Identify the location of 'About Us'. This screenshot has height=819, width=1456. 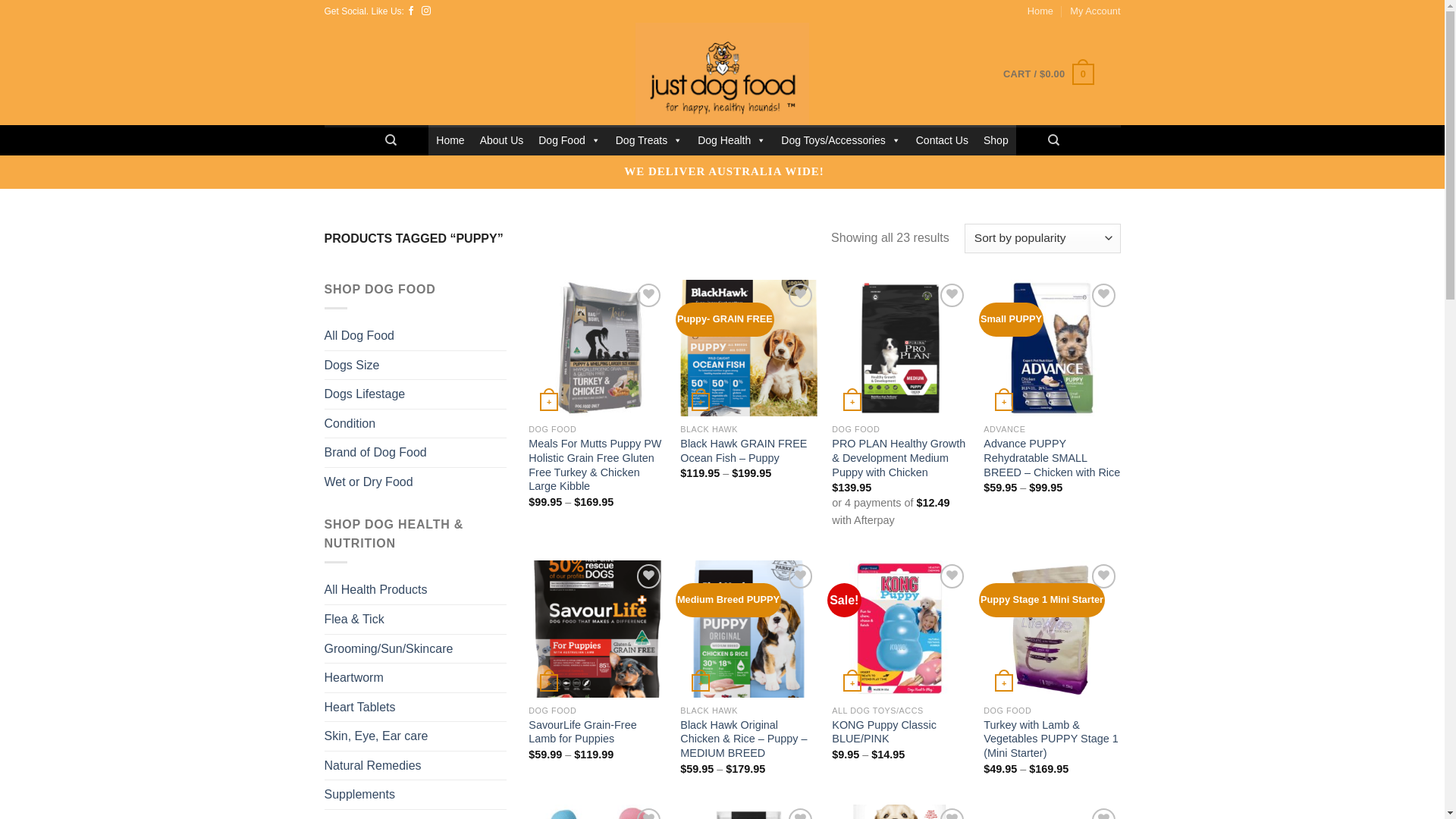
(502, 140).